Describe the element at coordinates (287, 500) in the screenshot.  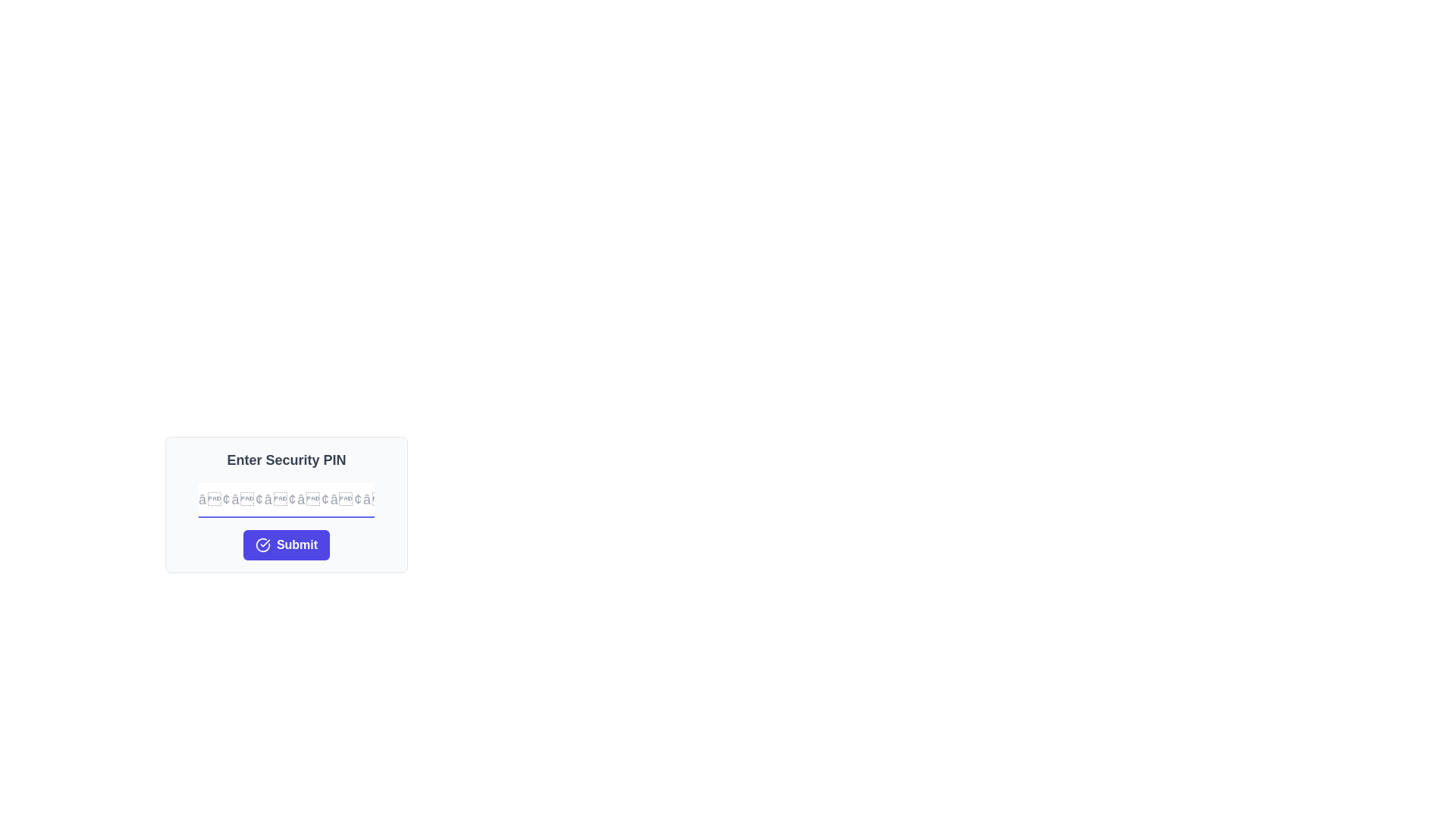
I see `the text input box for entering the security PIN, which is centrally positioned below the title 'Enter Security PIN' and above the 'Submit' button` at that location.